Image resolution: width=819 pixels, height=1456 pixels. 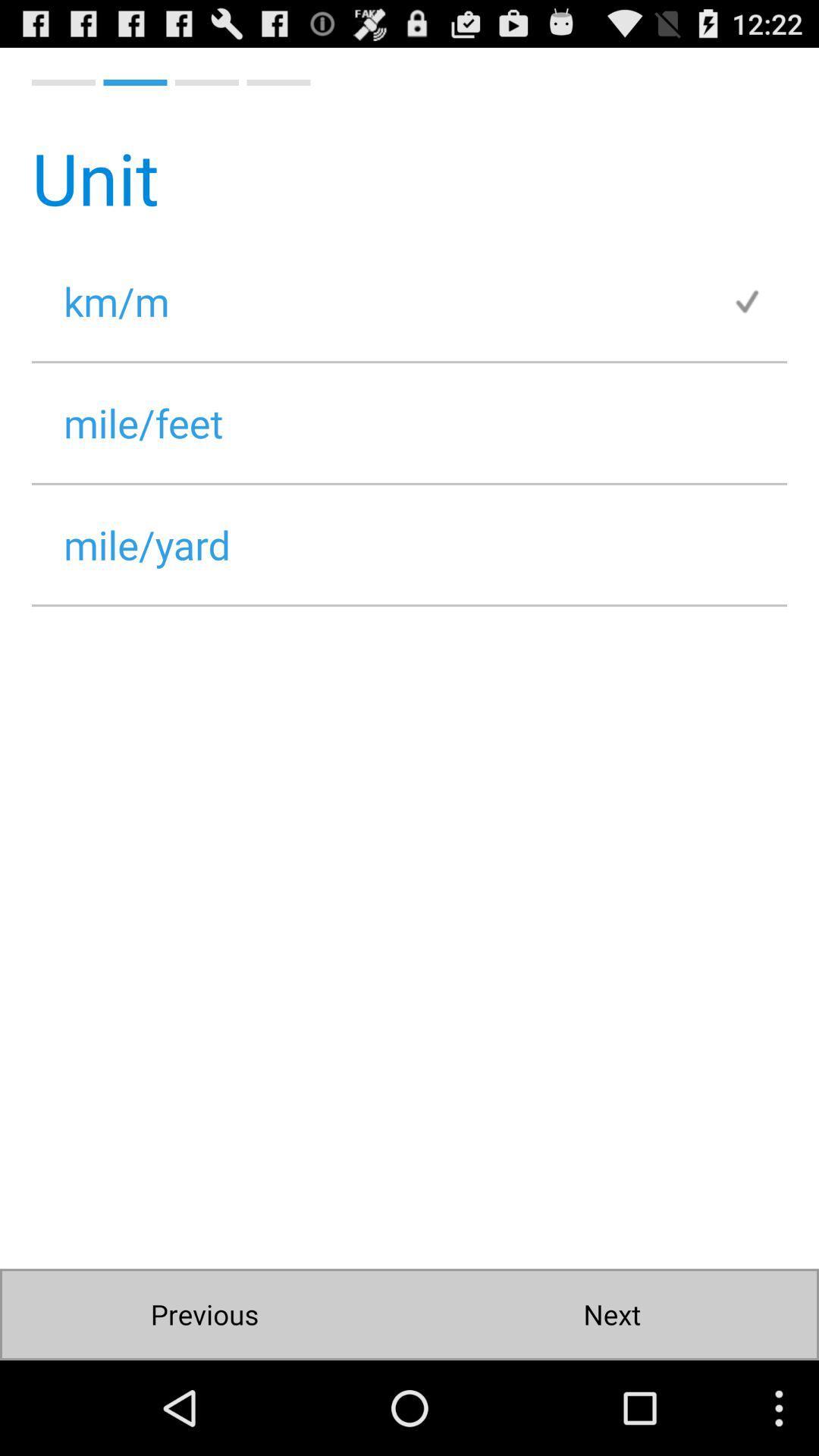 I want to click on the icon below the mile/yard, so click(x=610, y=1313).